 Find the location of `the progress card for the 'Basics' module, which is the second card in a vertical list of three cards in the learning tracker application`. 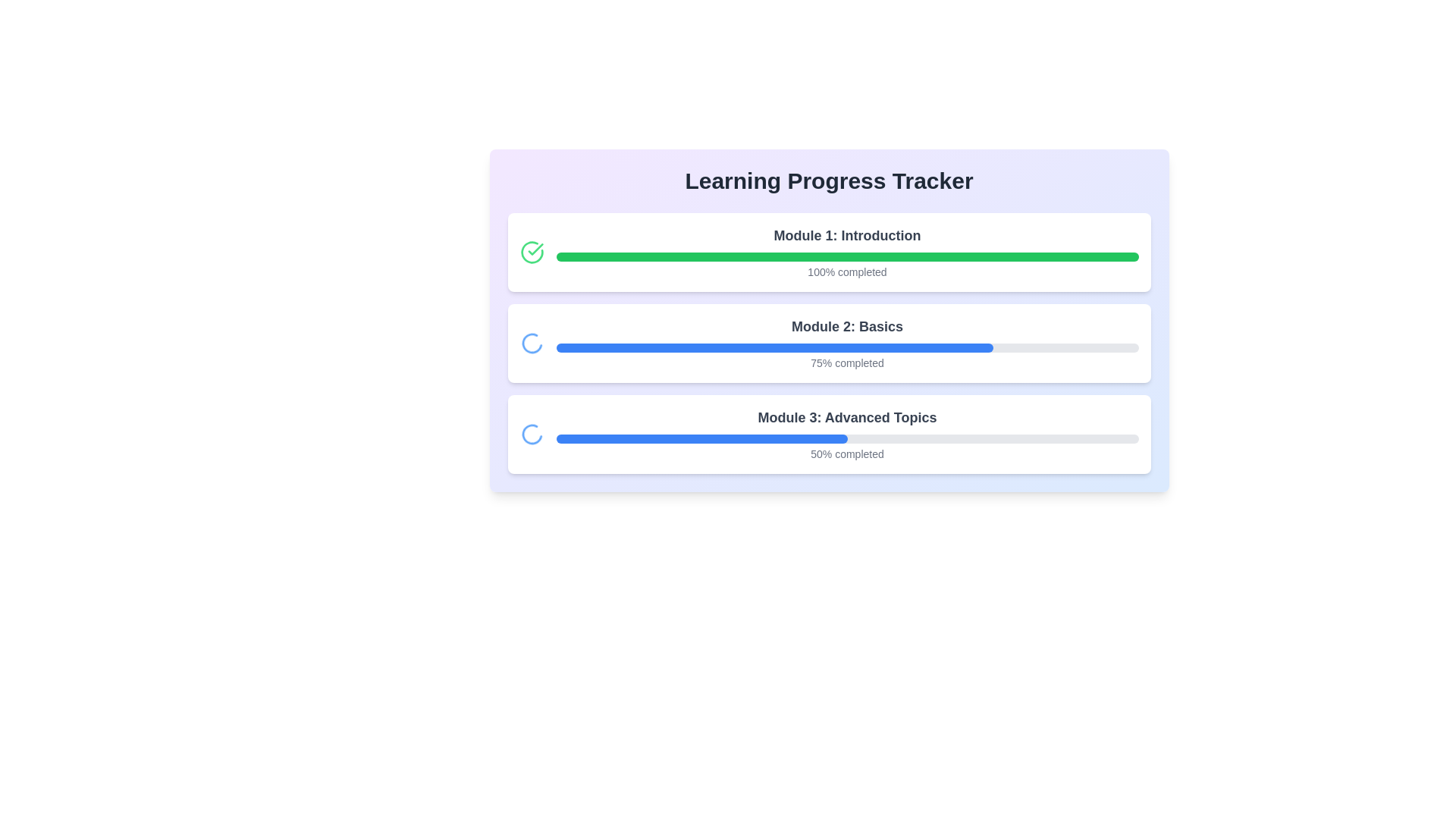

the progress card for the 'Basics' module, which is the second card in a vertical list of three cards in the learning tracker application is located at coordinates (828, 320).